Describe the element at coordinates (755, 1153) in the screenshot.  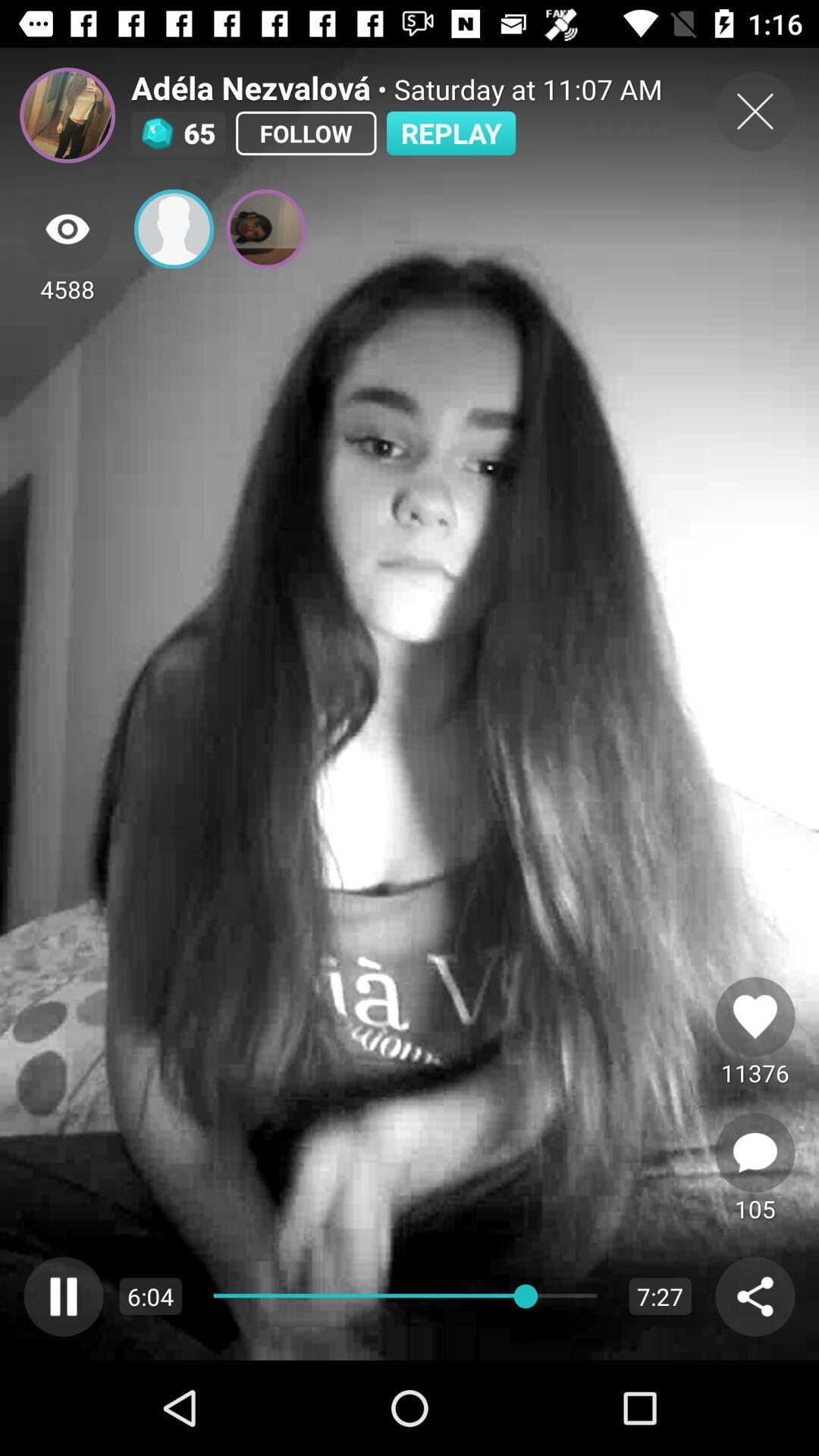
I see `the chat icon` at that location.